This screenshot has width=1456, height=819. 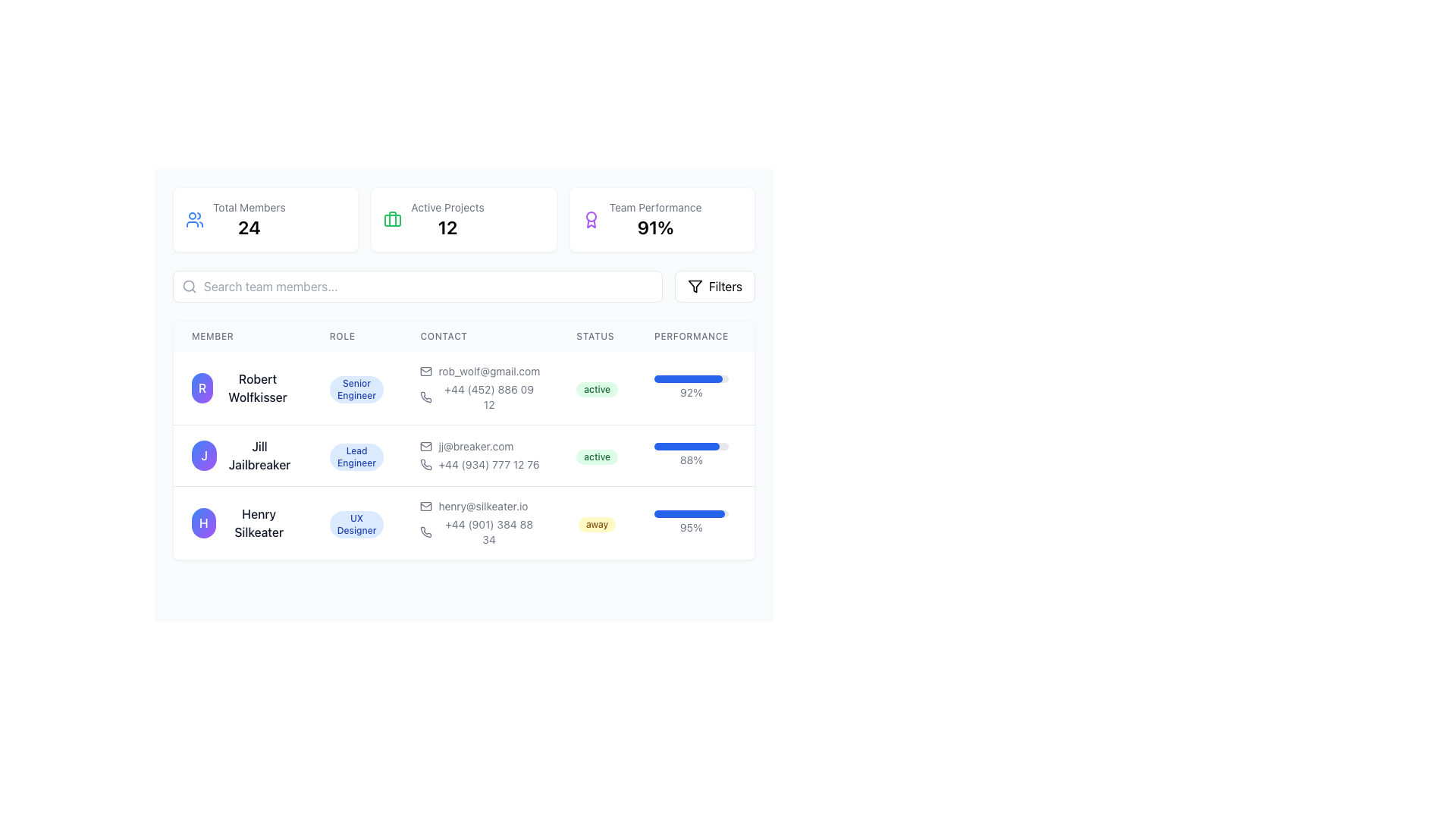 I want to click on the email icon located in the 'CONTACT' column, on the second row of the table, so click(x=425, y=446).